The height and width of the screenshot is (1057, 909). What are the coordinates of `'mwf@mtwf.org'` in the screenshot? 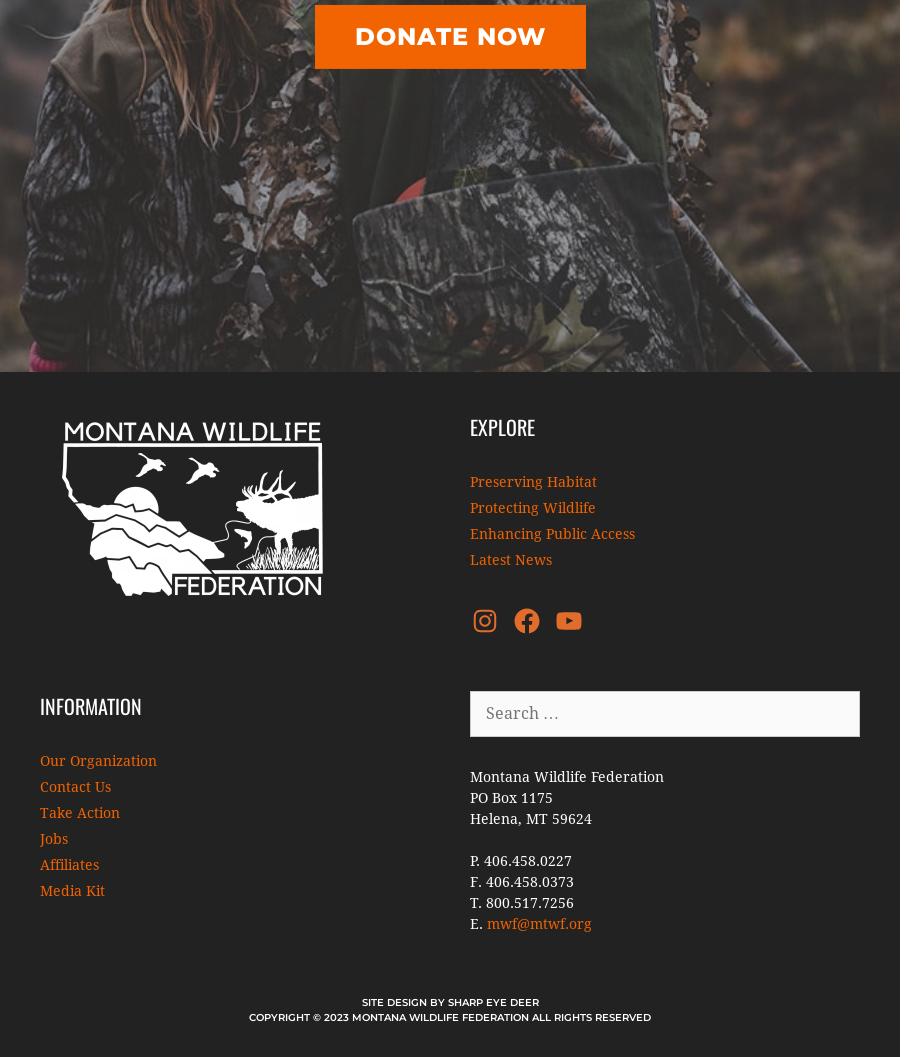 It's located at (539, 924).